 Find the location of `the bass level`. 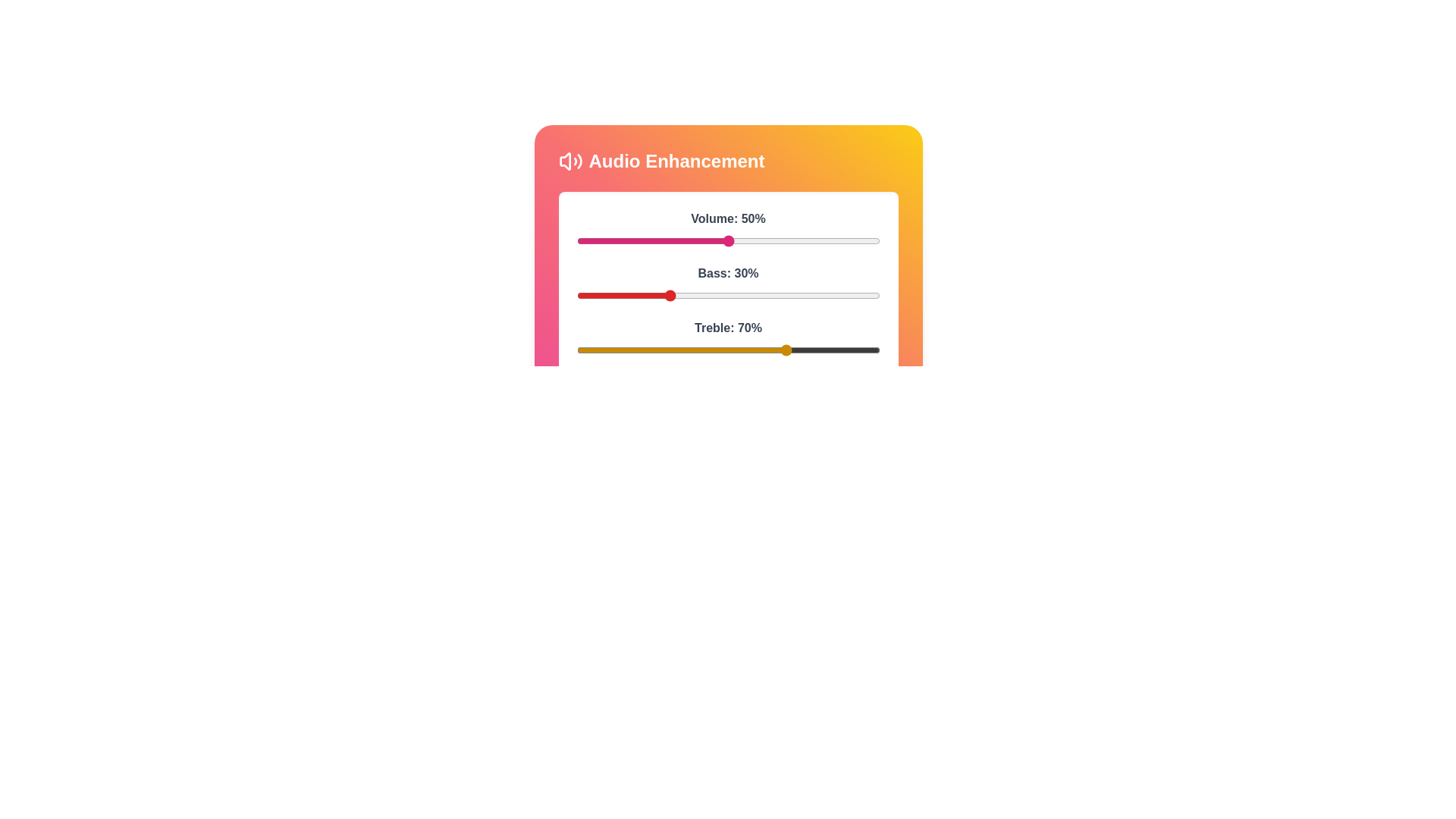

the bass level is located at coordinates (761, 295).